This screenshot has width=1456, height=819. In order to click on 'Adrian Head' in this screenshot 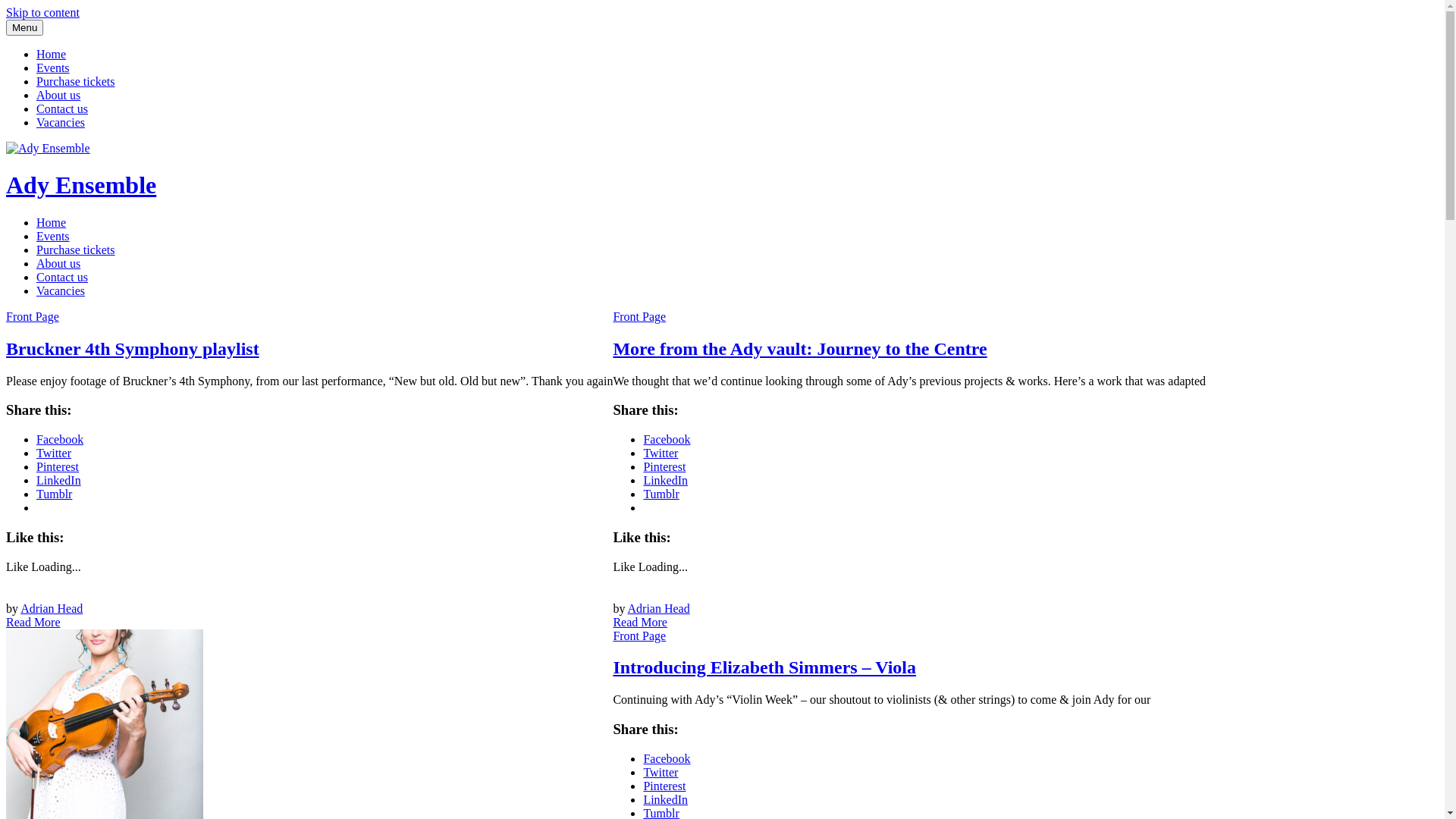, I will do `click(658, 607)`.